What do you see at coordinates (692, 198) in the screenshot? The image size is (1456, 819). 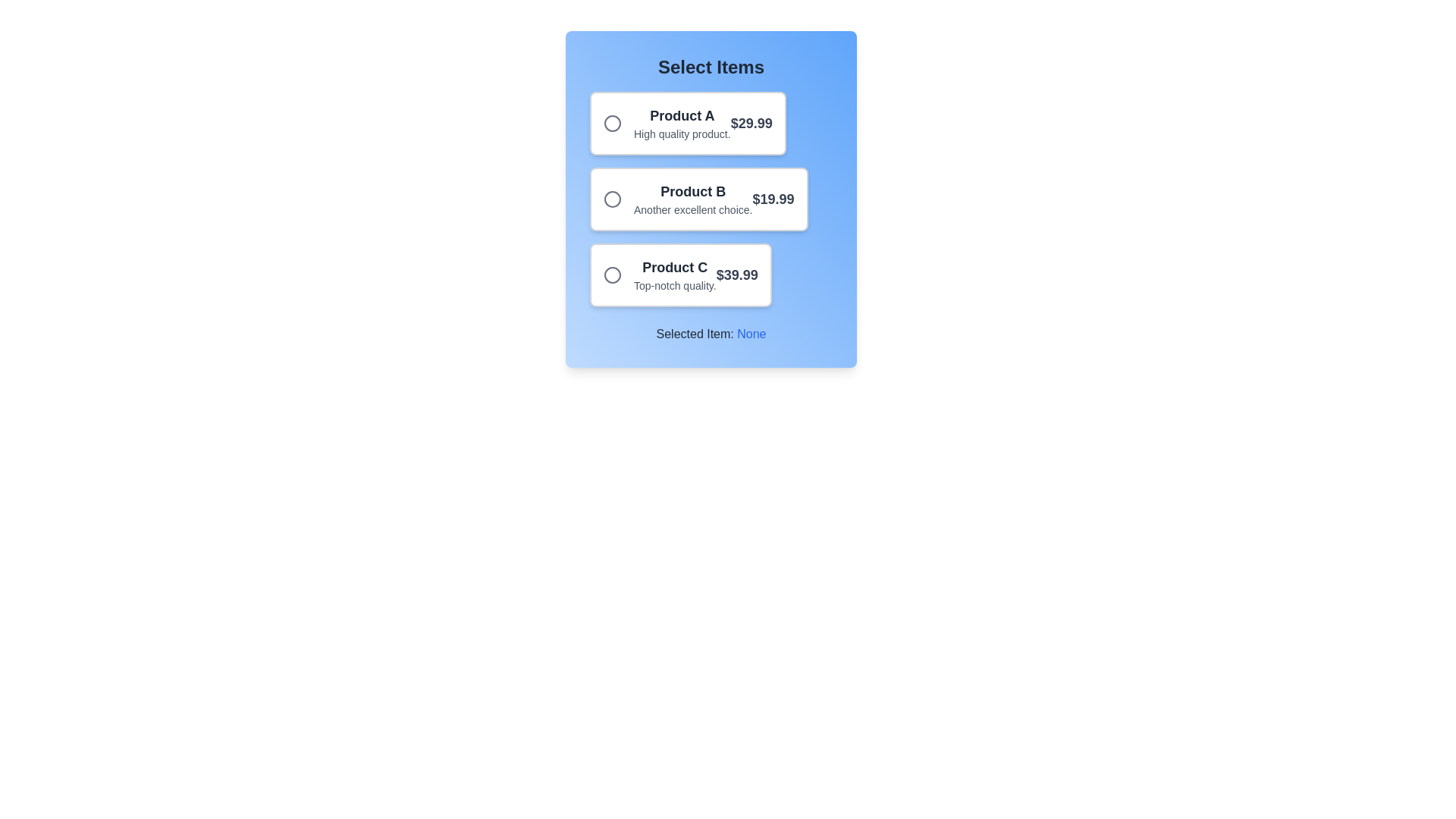 I see `the static text display that shows 'Product B' and 'Another excellent choice.' positioned in the second product card above the price '$19.99'` at bounding box center [692, 198].